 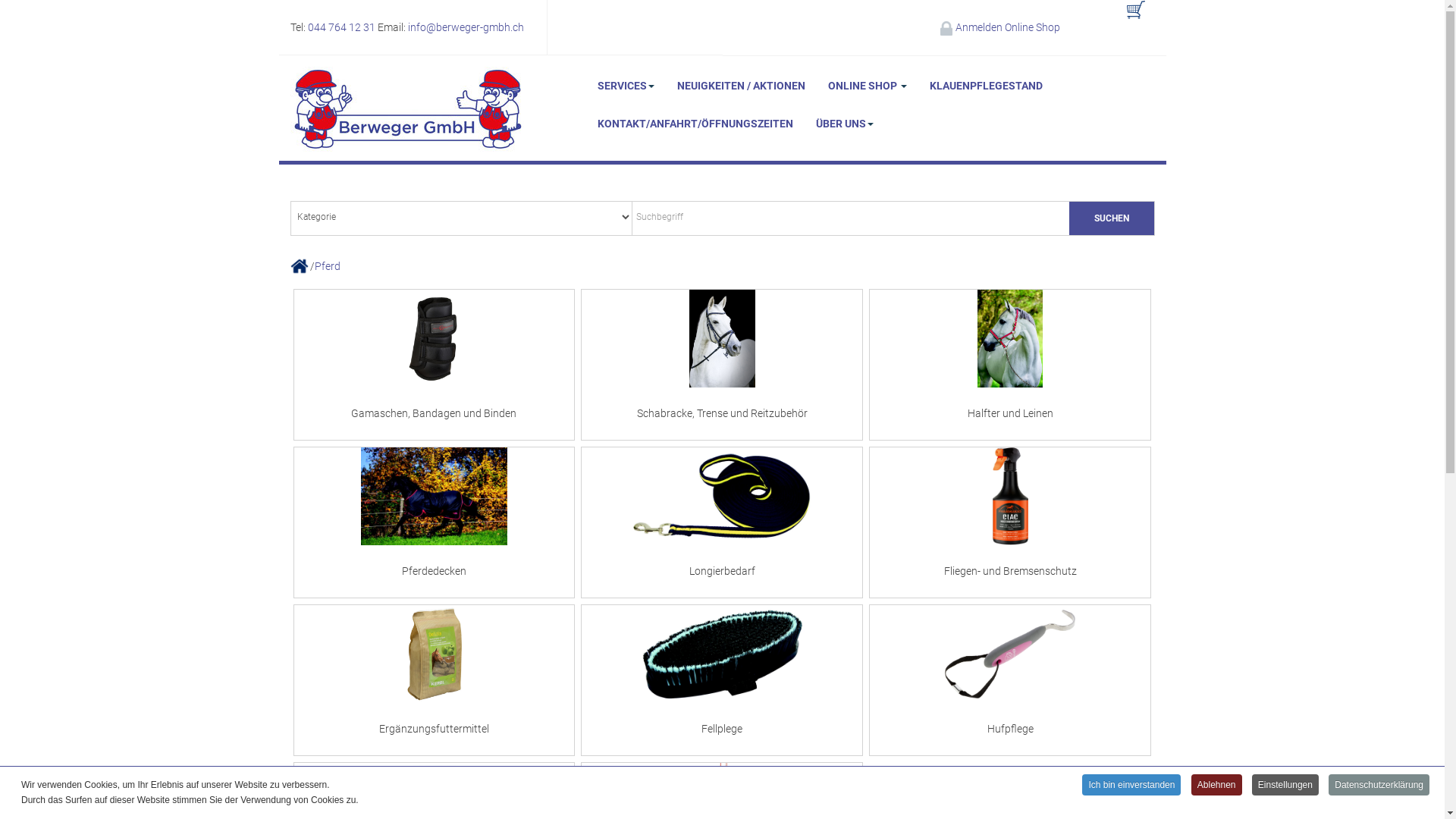 I want to click on 'Pferdedecken', so click(x=432, y=522).